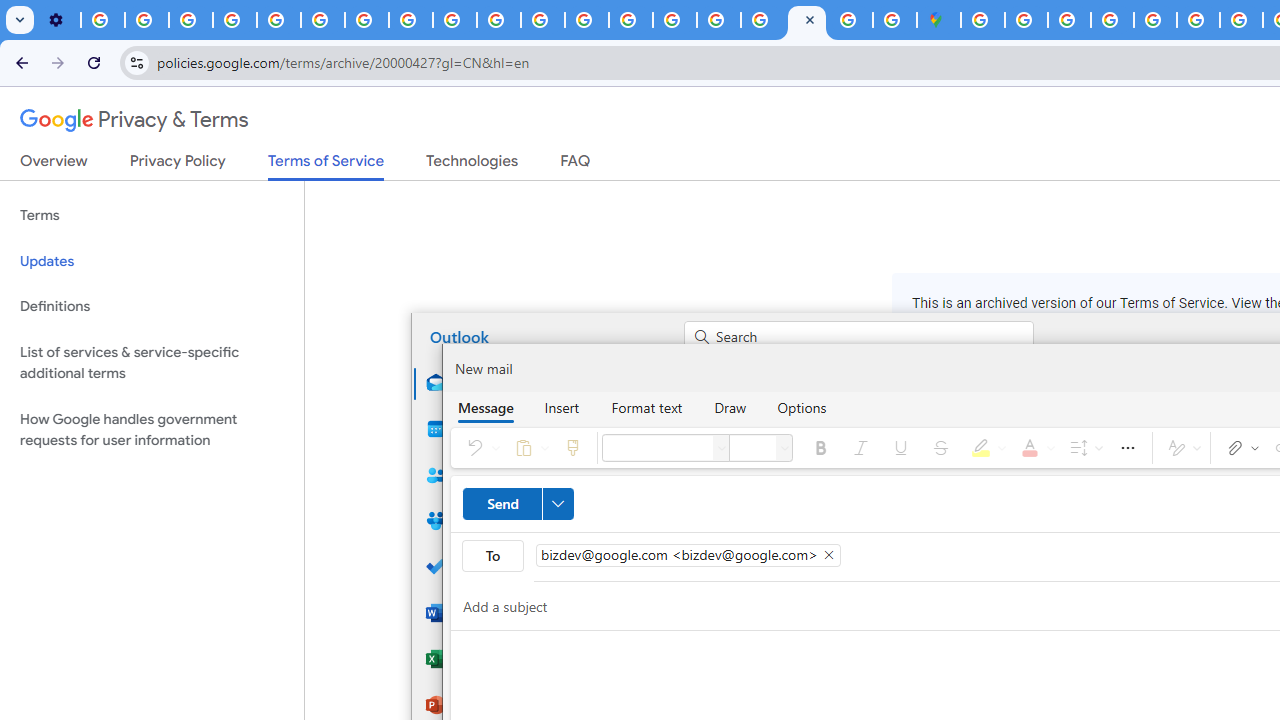 The image size is (1280, 720). Describe the element at coordinates (821, 446) in the screenshot. I see `'Bold'` at that location.